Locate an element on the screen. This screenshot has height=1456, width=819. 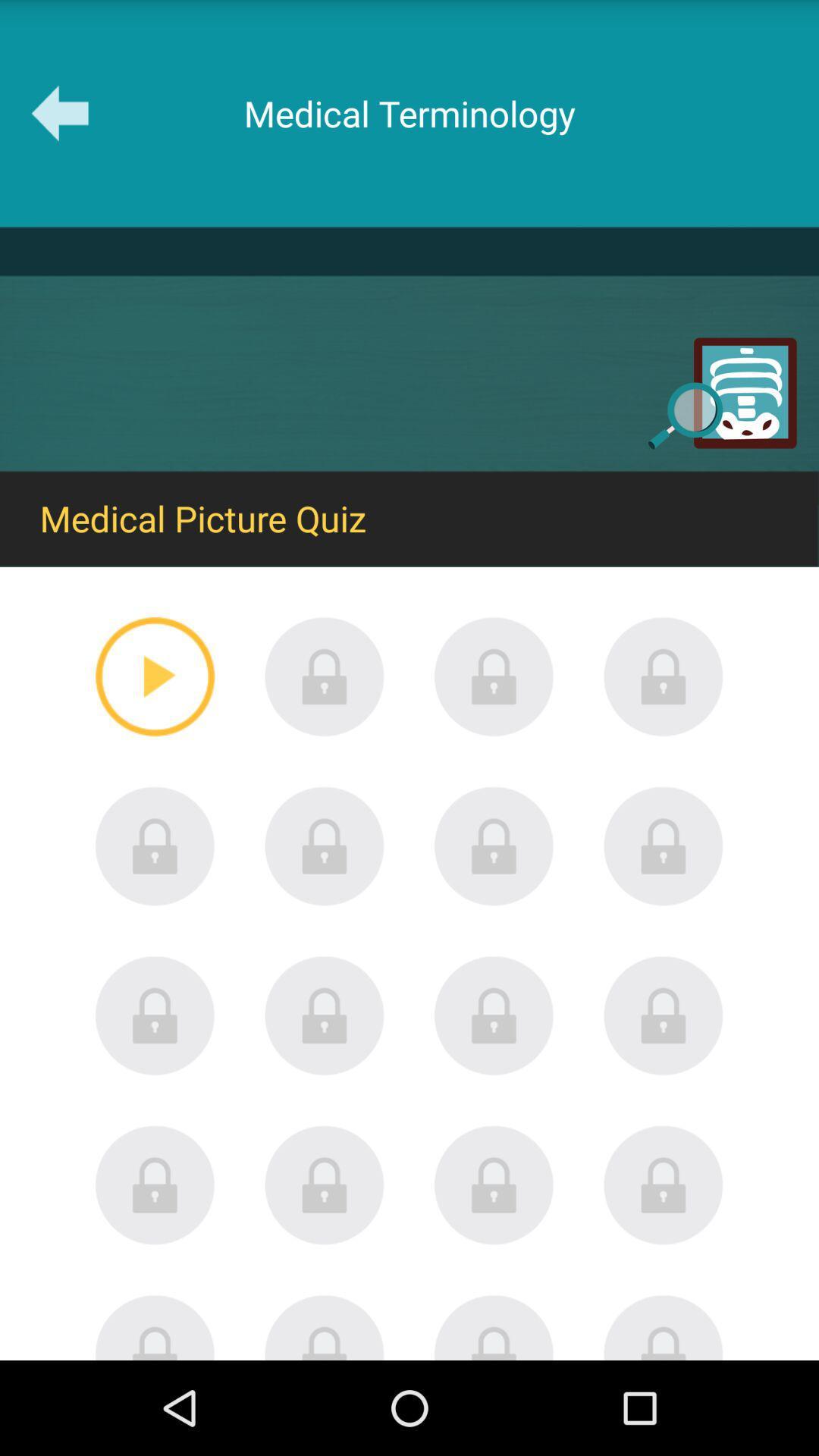
unlock question is located at coordinates (663, 1015).